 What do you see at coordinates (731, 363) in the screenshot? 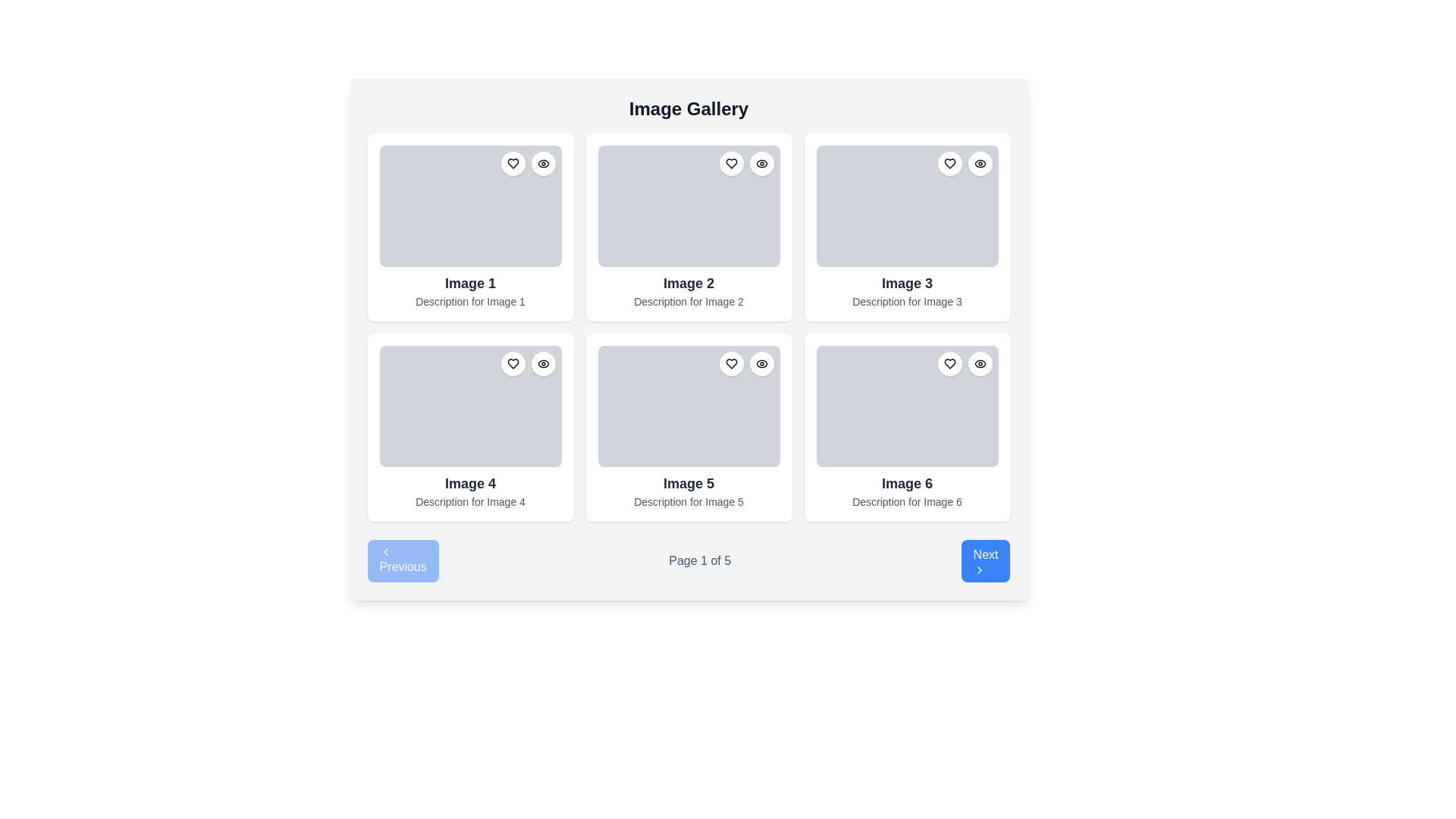
I see `the heart-shaped like button located in the top-right corner of the 'Image 5' card to like the image` at bounding box center [731, 363].